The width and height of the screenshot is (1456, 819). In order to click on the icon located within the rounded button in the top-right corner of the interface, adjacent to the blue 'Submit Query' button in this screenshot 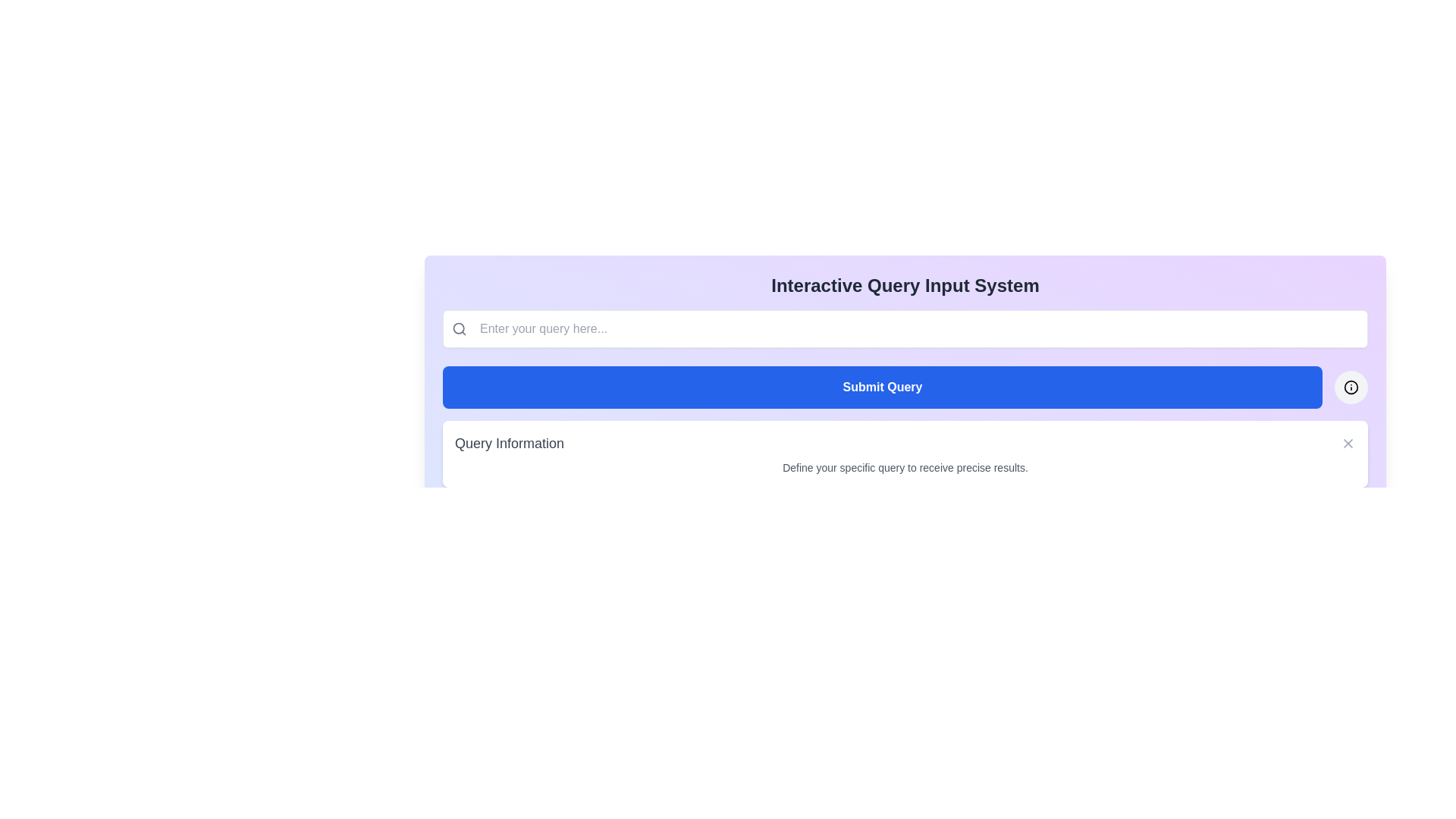, I will do `click(1351, 386)`.